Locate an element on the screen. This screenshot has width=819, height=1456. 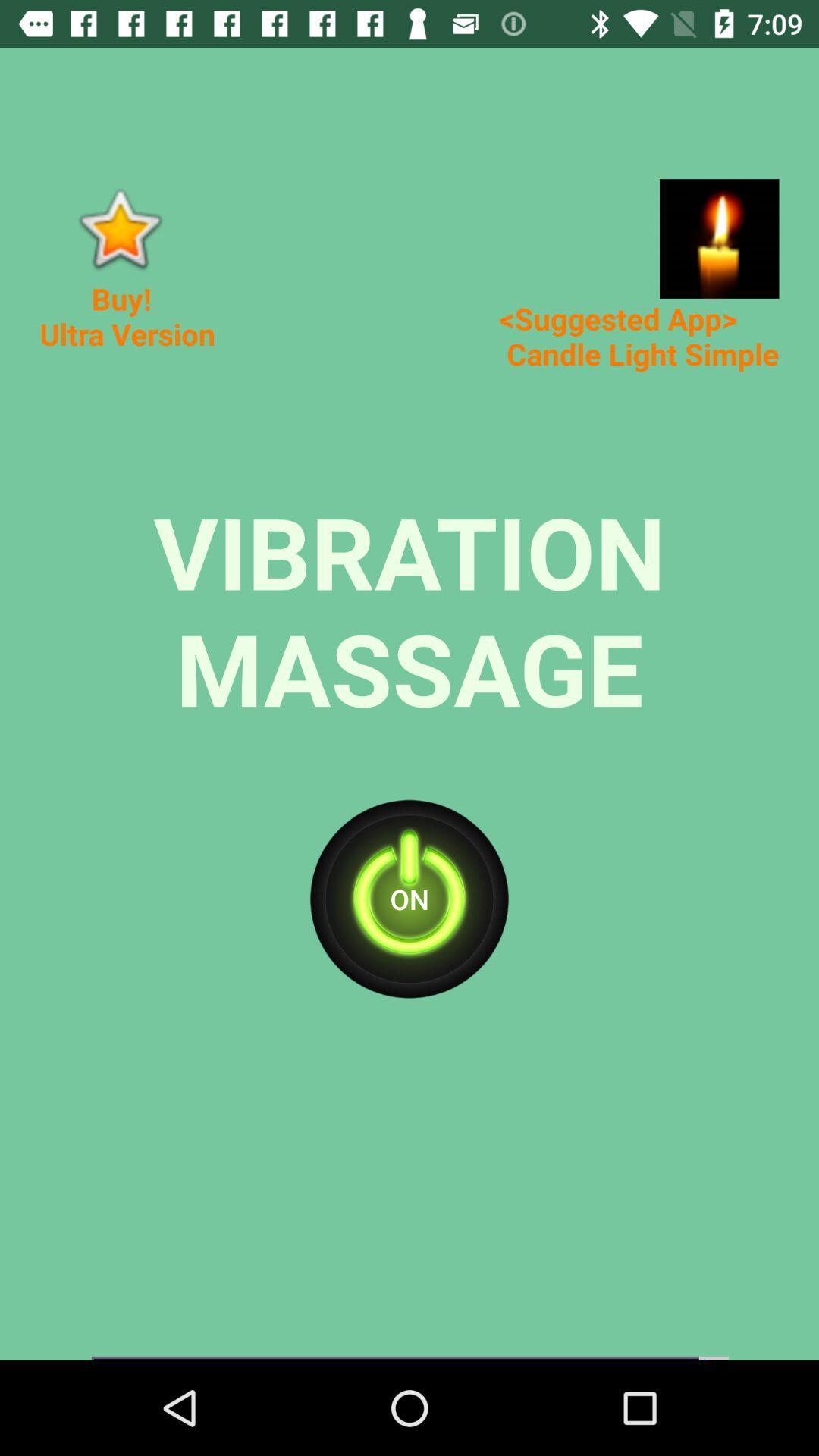
the star icon is located at coordinates (118, 227).